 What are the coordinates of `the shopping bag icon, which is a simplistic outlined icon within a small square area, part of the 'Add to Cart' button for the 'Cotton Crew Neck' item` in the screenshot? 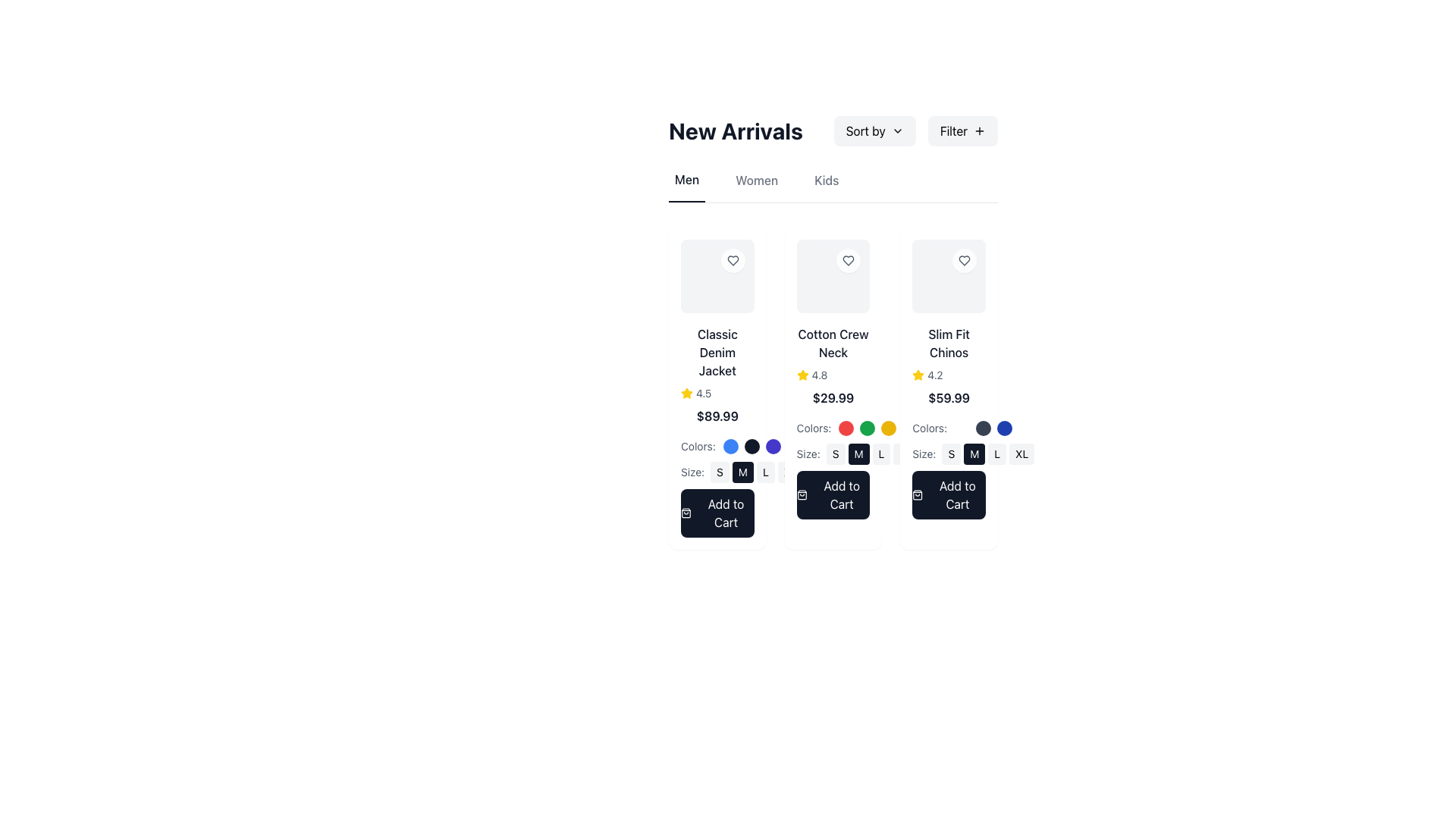 It's located at (801, 494).